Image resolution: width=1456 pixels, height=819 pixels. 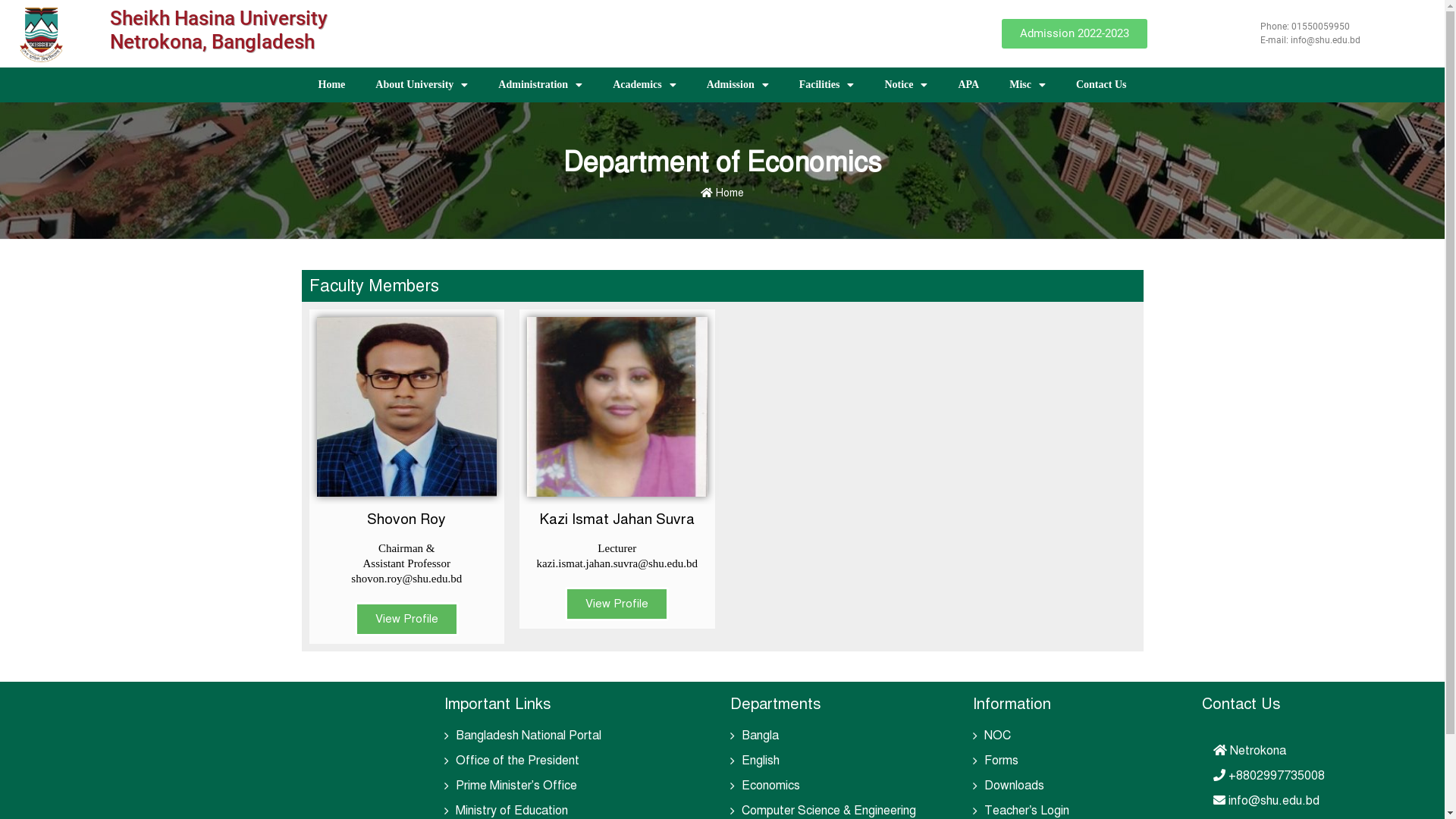 What do you see at coordinates (516, 760) in the screenshot?
I see `'Office of the President'` at bounding box center [516, 760].